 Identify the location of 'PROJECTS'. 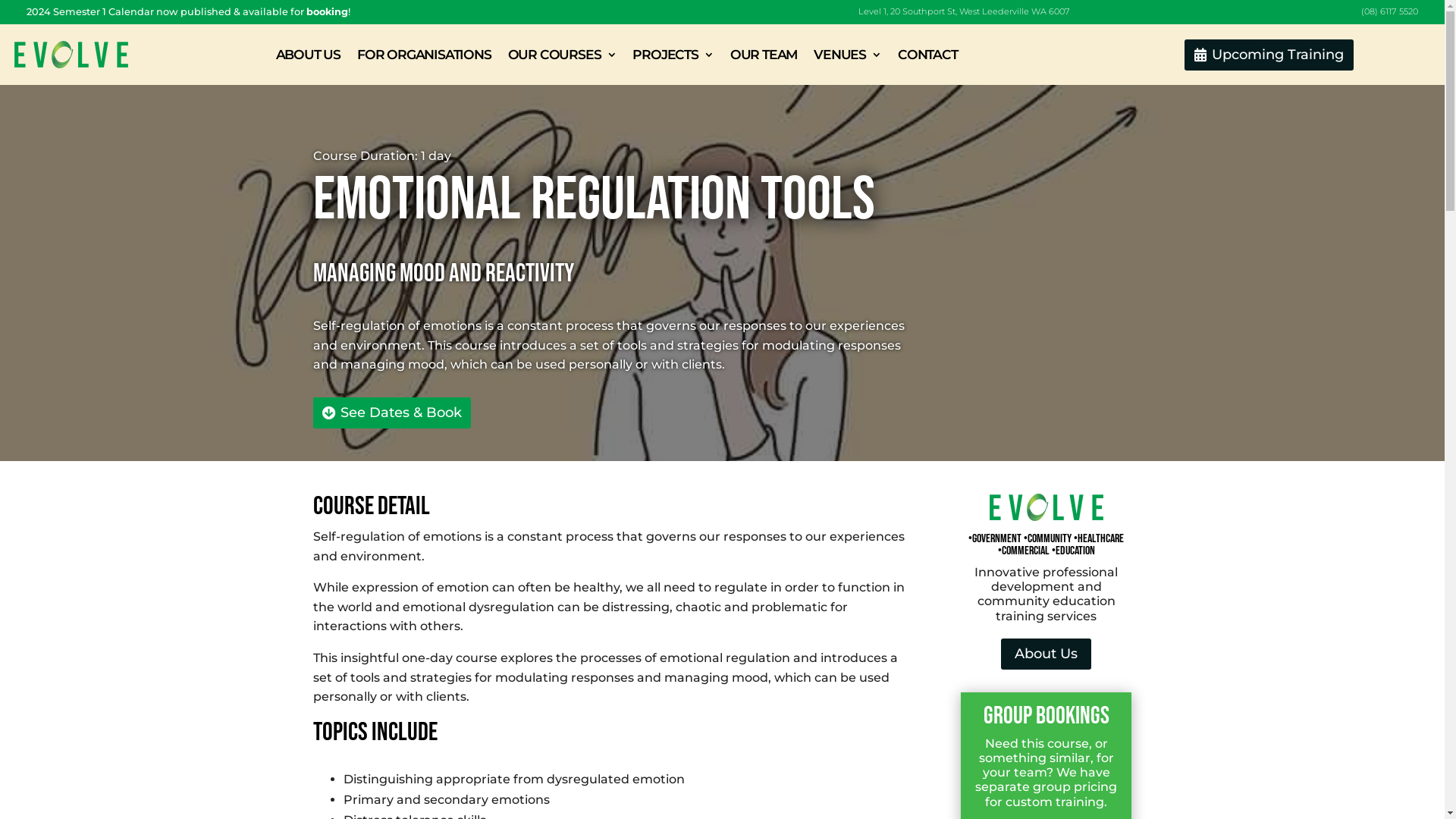
(672, 54).